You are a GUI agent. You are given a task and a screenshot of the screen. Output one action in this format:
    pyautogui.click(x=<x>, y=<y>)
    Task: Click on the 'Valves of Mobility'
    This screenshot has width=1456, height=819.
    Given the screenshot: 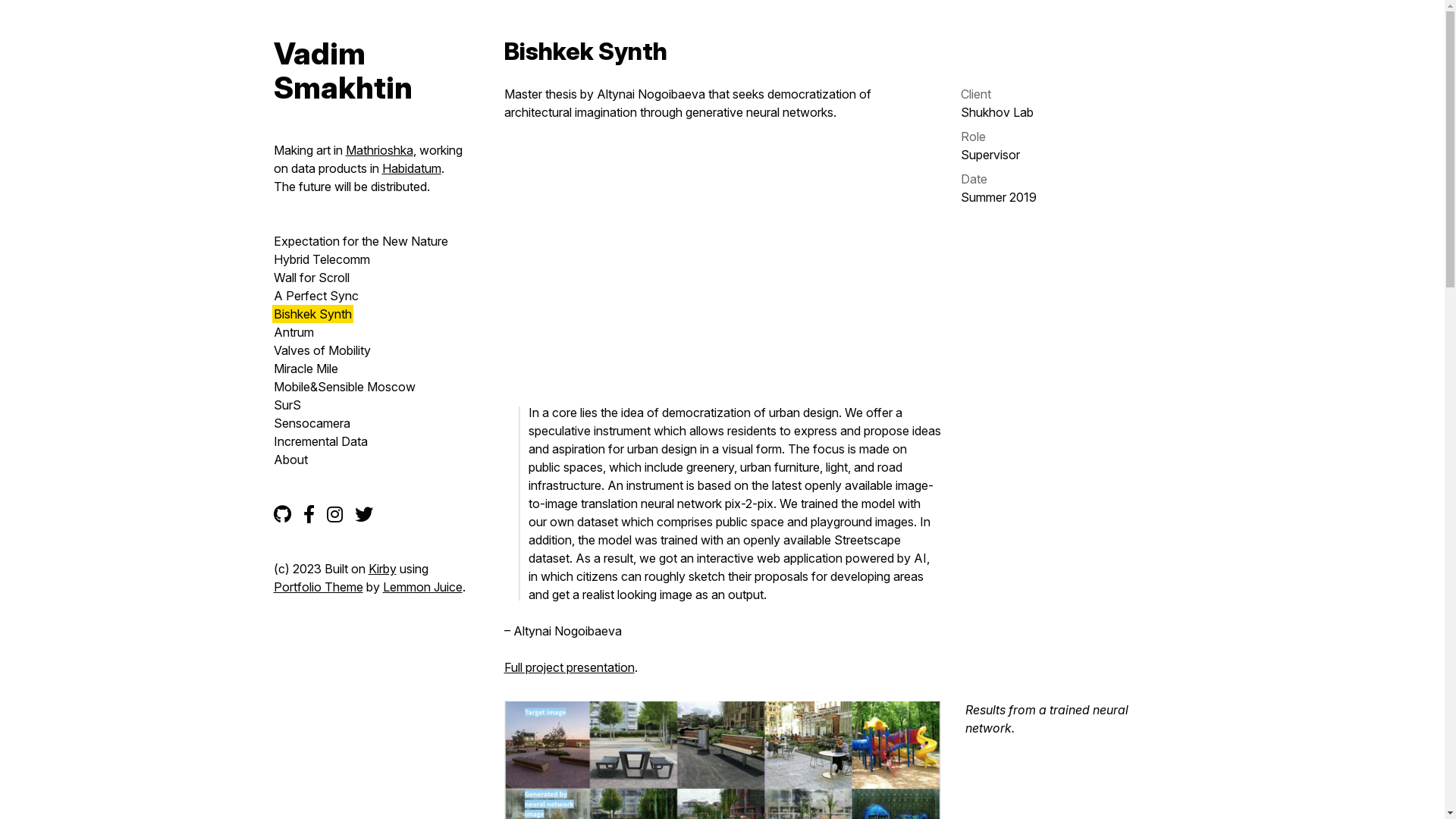 What is the action you would take?
    pyautogui.click(x=271, y=350)
    